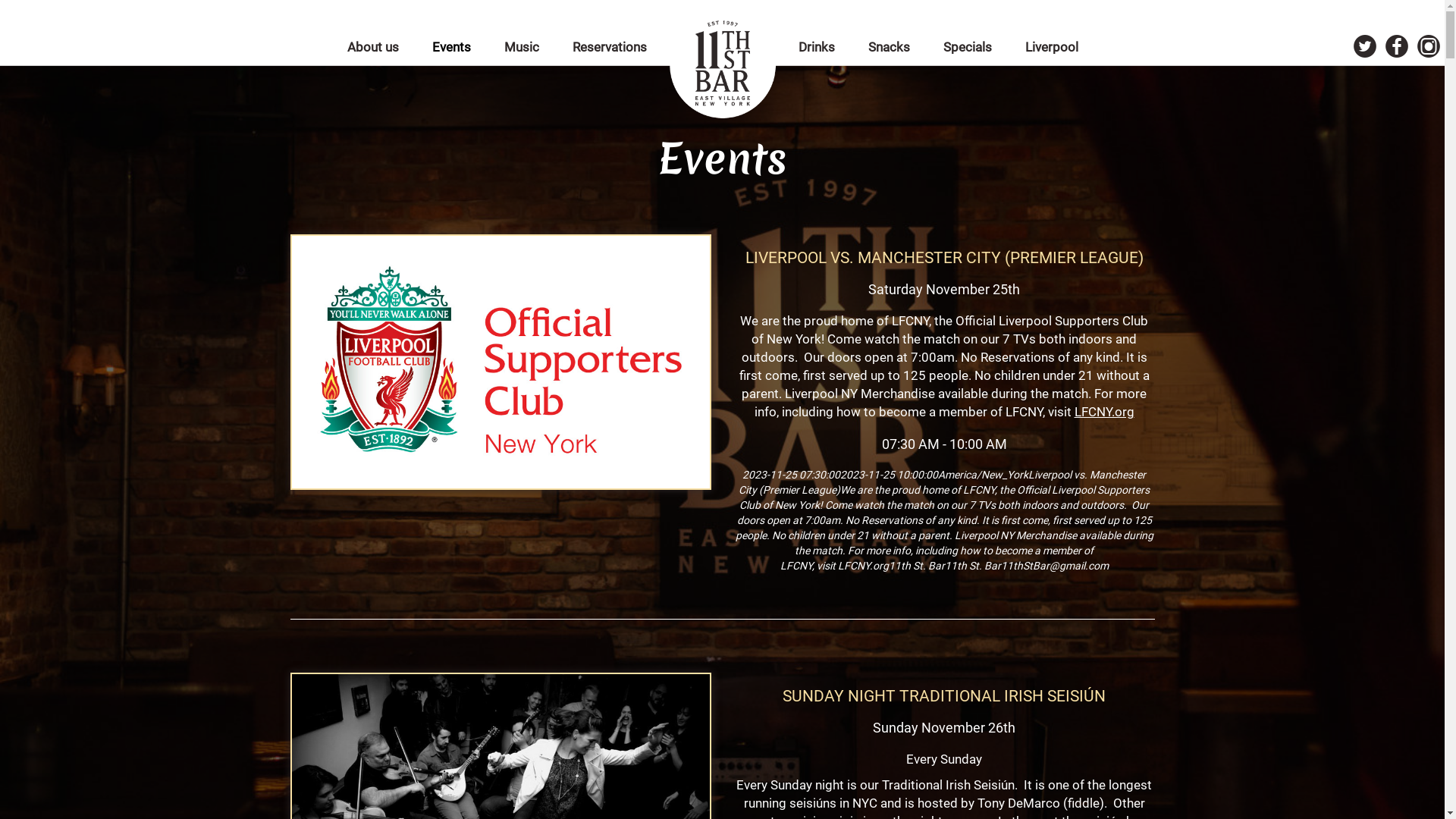  What do you see at coordinates (452, 45) in the screenshot?
I see `'Events'` at bounding box center [452, 45].